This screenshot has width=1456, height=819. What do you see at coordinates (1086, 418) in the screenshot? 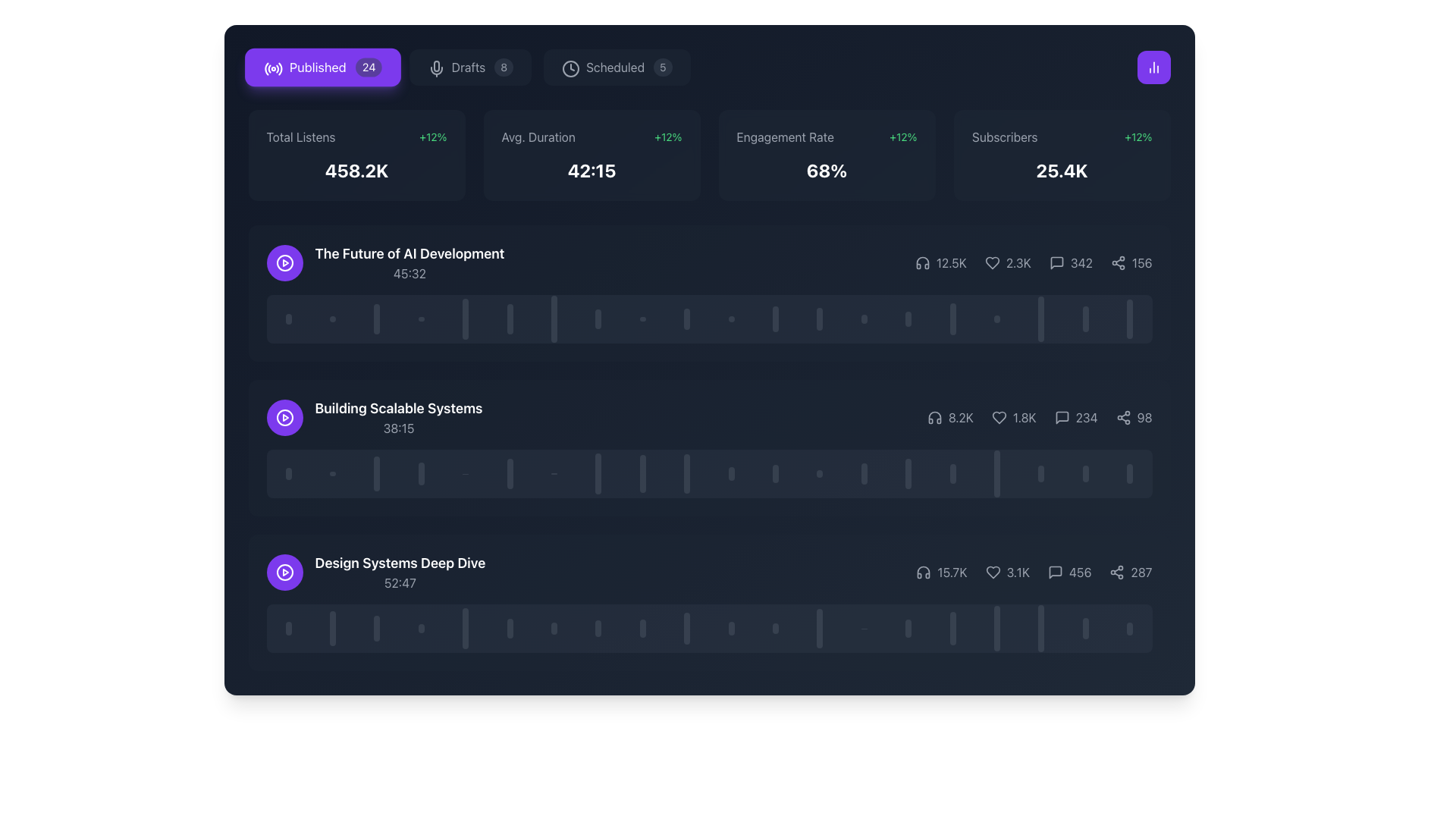
I see `the numeric text display showing '234' located at the bottom-right of the middle panel next to the speech bubble icon, to check for interactive functionalities` at bounding box center [1086, 418].